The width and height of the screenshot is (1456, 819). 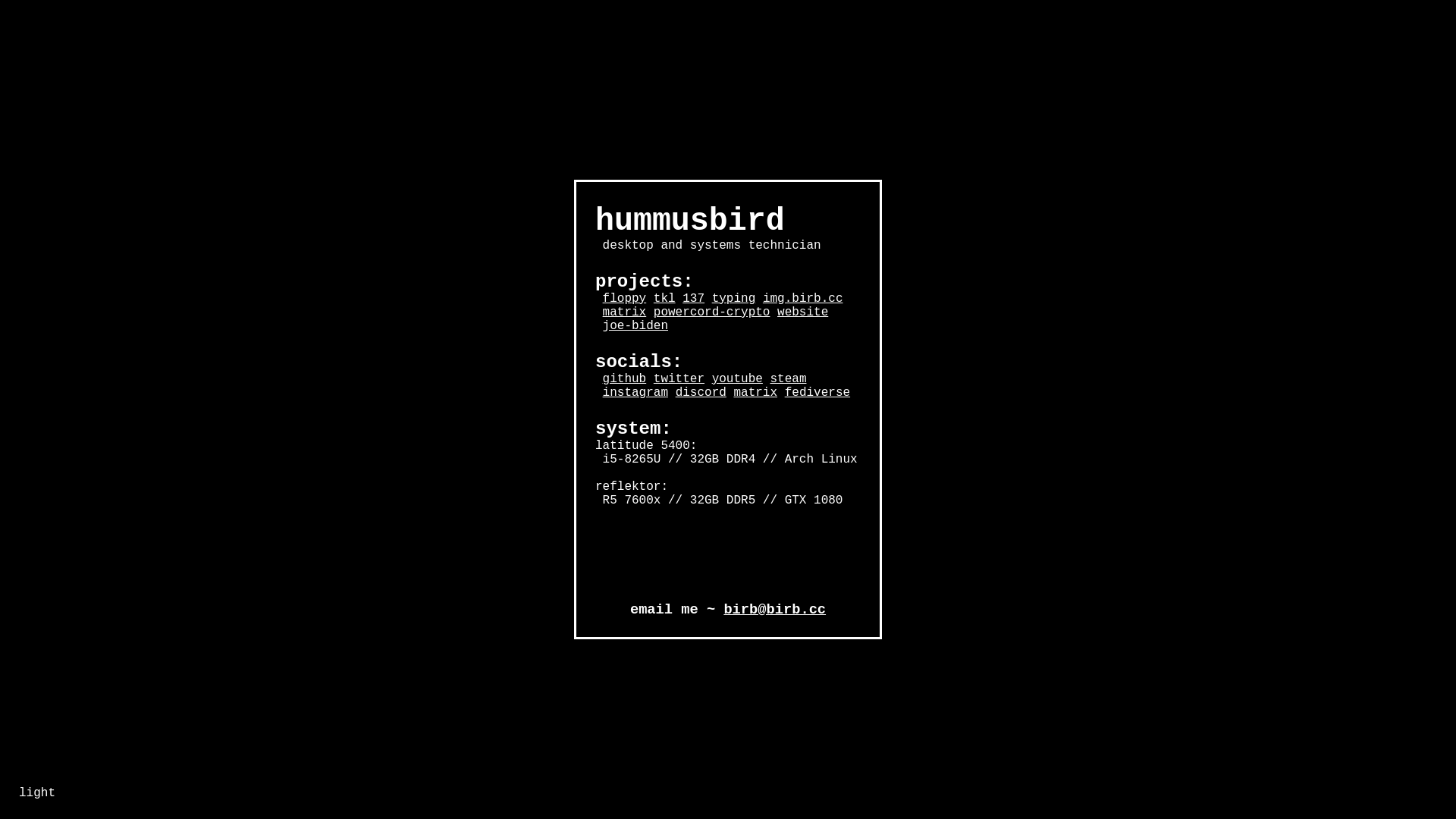 I want to click on 'instagram', so click(x=602, y=391).